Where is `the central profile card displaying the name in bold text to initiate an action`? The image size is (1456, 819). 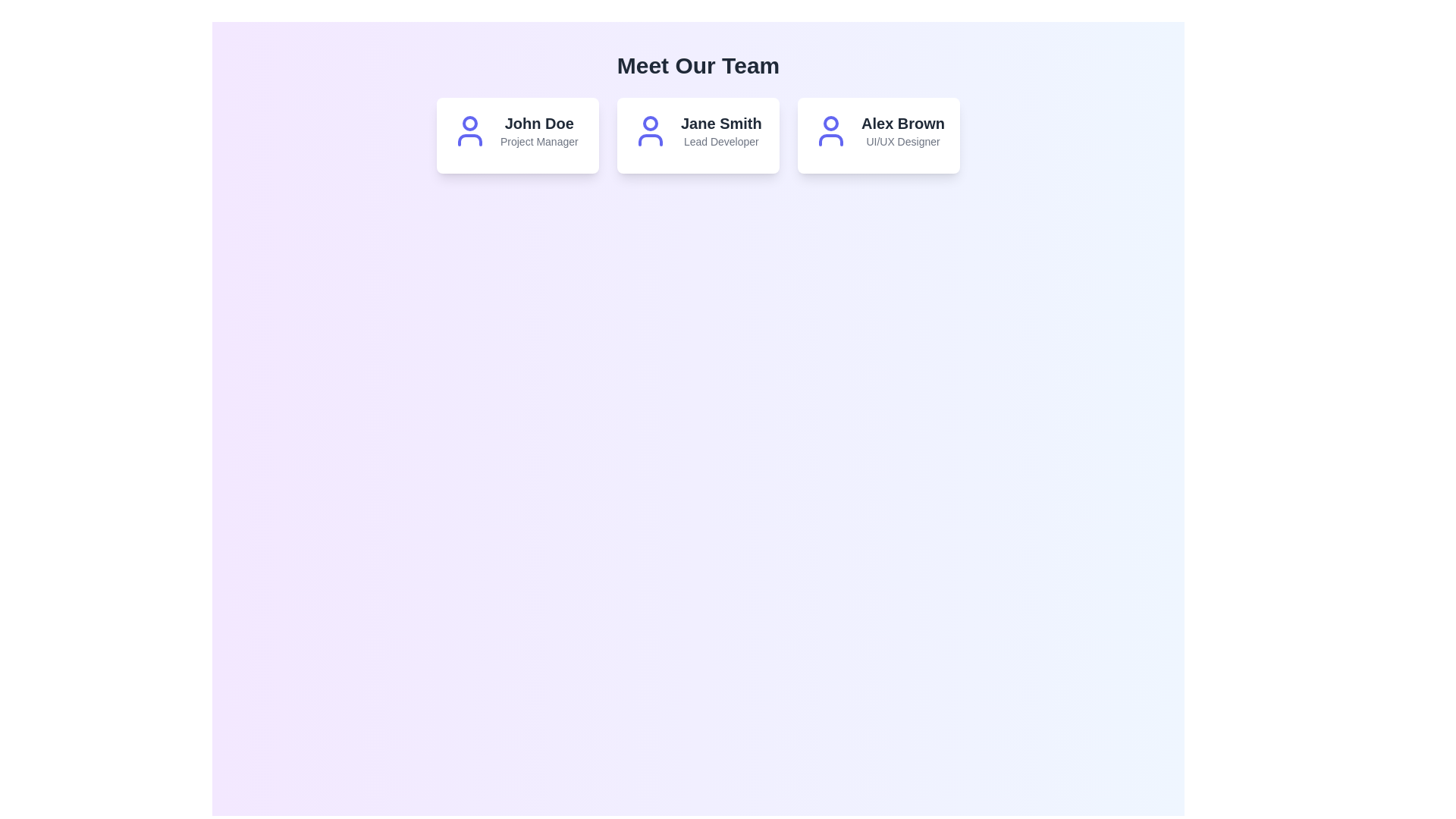 the central profile card displaying the name in bold text to initiate an action is located at coordinates (698, 134).